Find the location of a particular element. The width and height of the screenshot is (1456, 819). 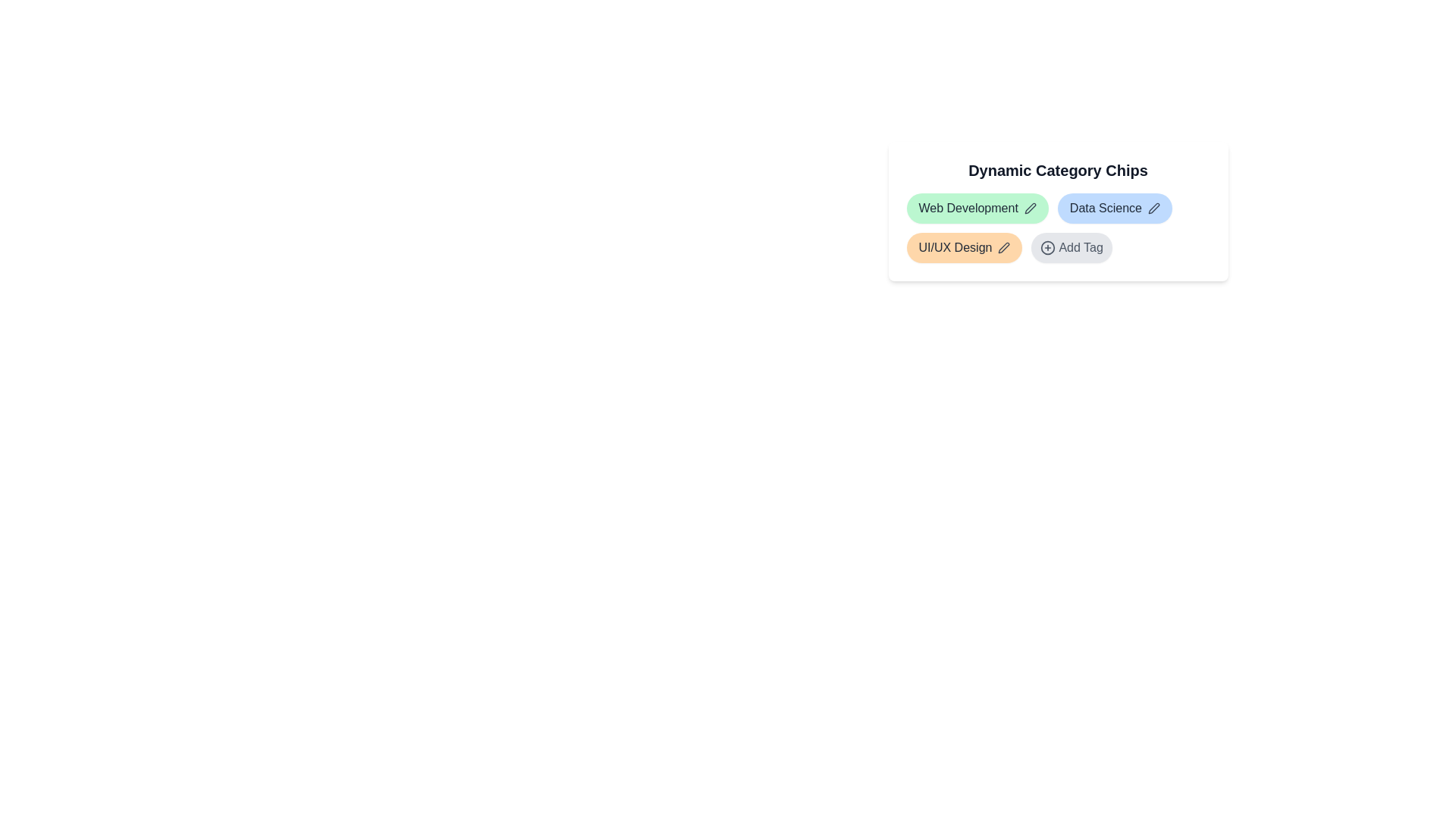

the tag chip labeled Data Science to select or interact with it is located at coordinates (1115, 208).